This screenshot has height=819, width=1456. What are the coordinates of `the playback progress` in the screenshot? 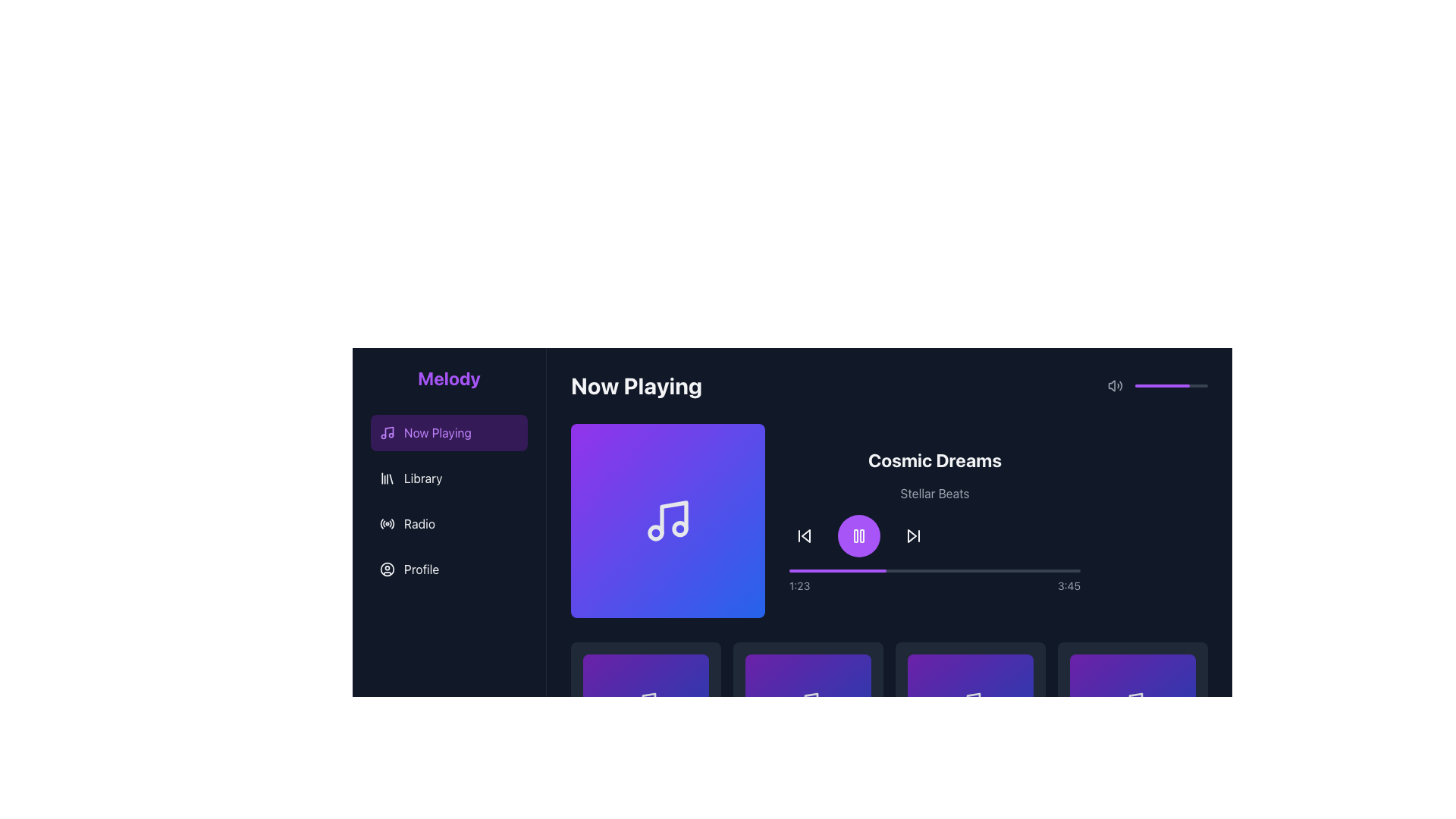 It's located at (957, 570).